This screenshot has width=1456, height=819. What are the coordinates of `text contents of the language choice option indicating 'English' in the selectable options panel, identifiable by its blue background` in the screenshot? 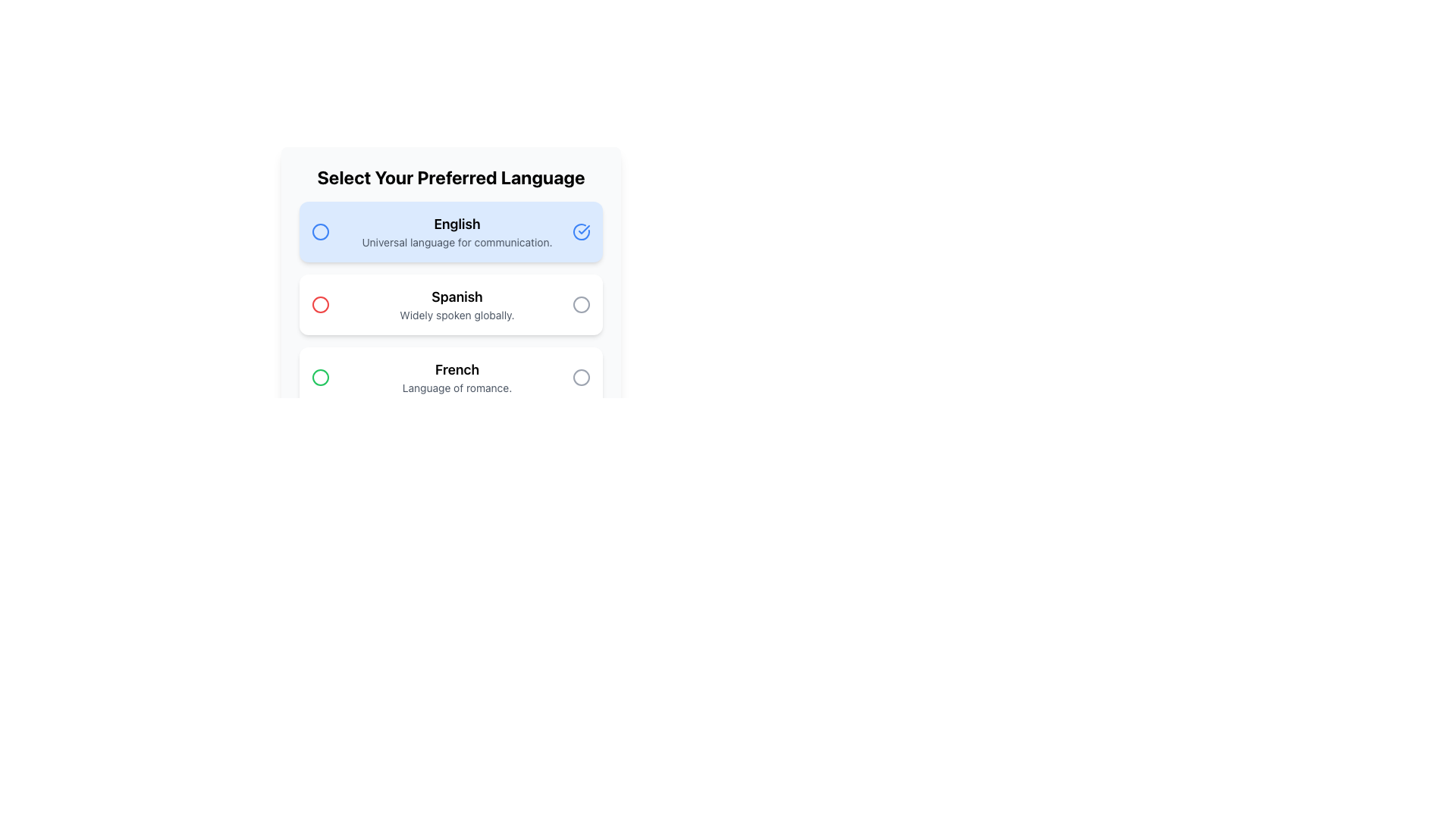 It's located at (457, 231).